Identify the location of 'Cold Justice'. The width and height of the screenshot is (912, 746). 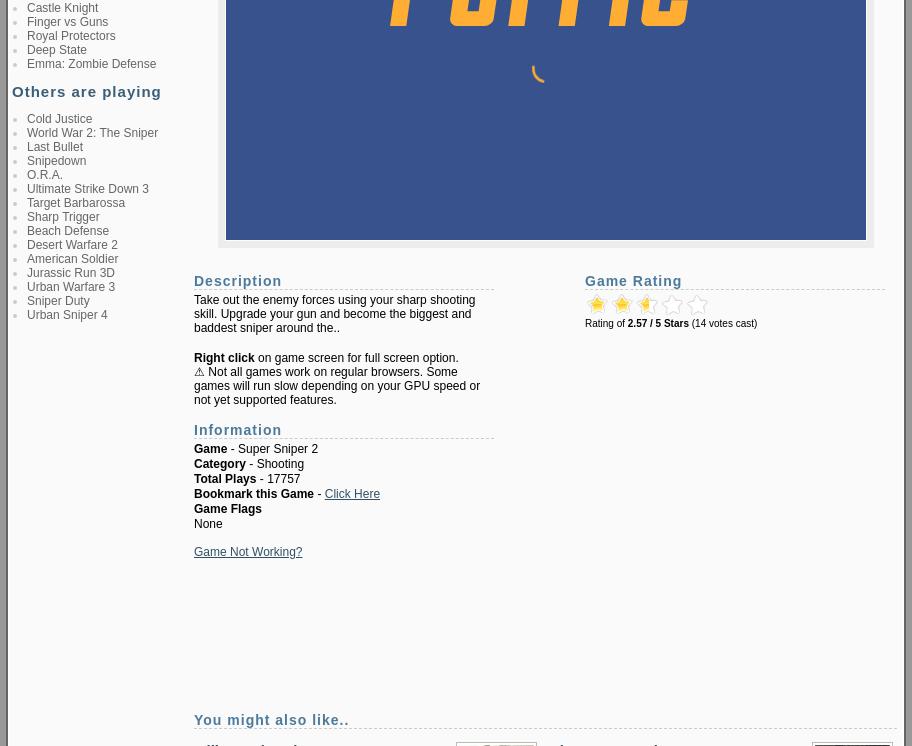
(58, 117).